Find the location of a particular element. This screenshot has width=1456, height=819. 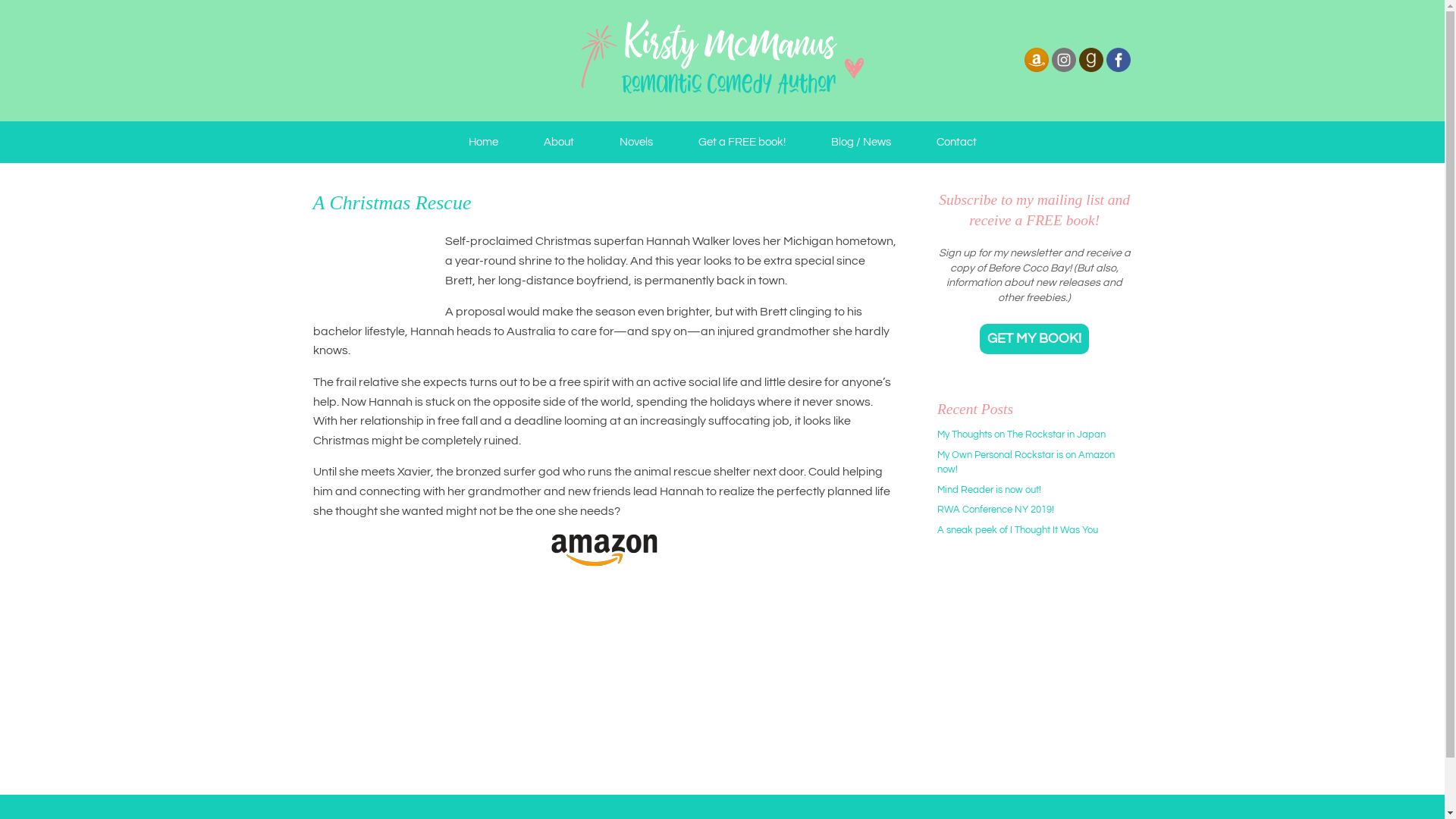

'My Own Personal Rockstar is on Amazon now!' is located at coordinates (1026, 461).